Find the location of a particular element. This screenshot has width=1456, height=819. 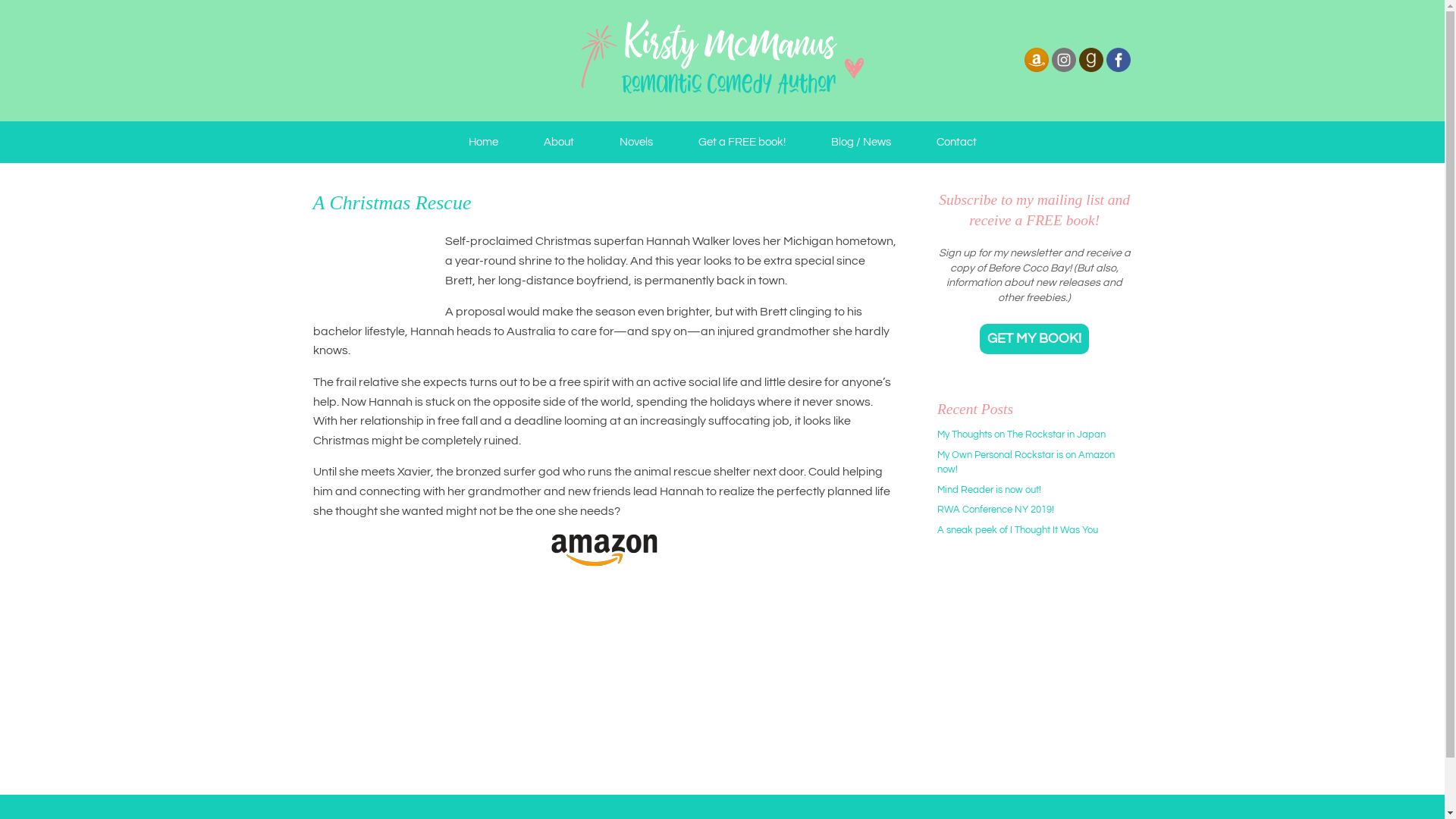

'My Own Personal Rockstar is on Amazon now!' is located at coordinates (1026, 461).